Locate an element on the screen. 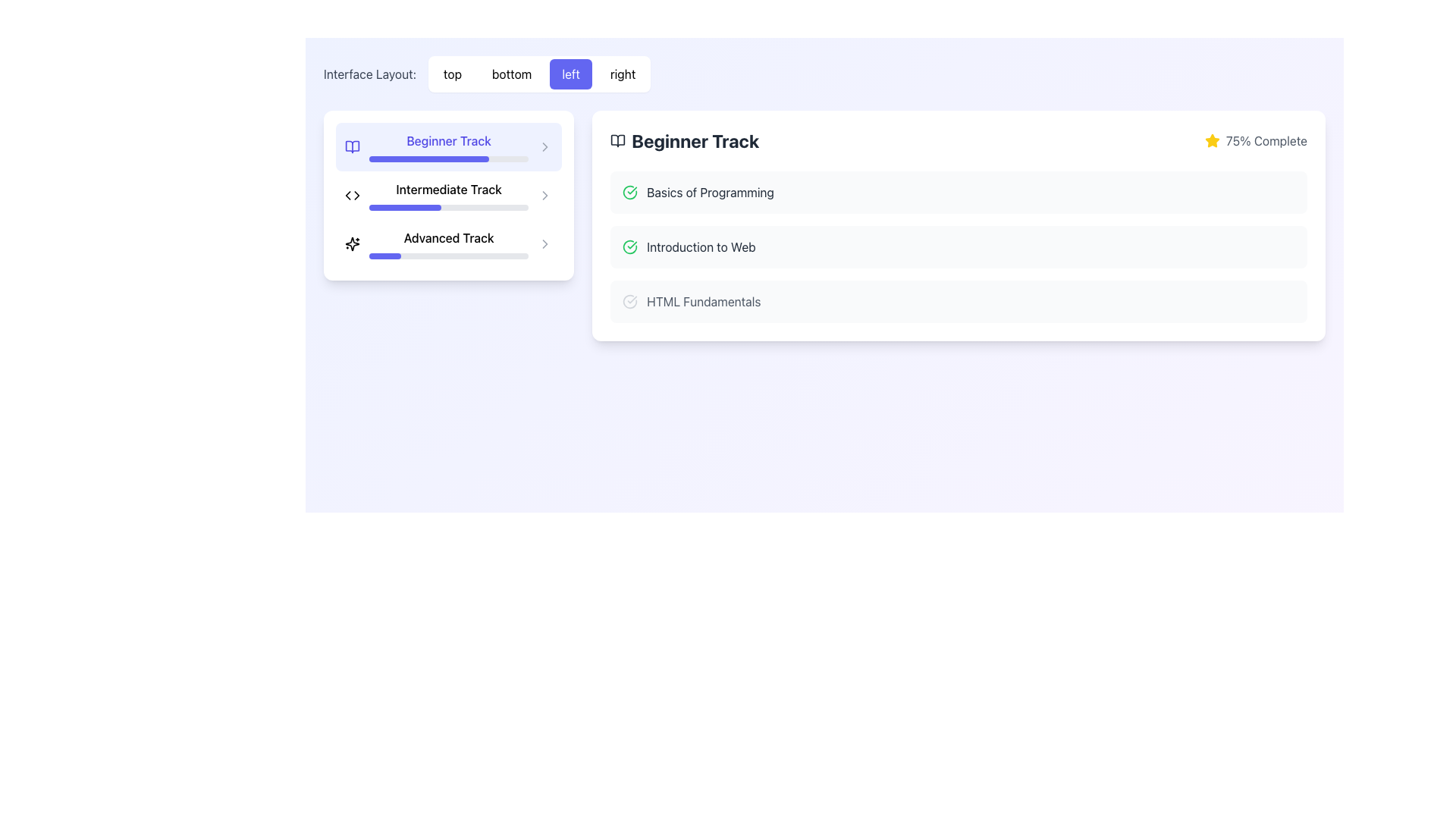 The width and height of the screenshot is (1456, 819). the 'Beginner Track' text in the interactive list element is located at coordinates (448, 146).